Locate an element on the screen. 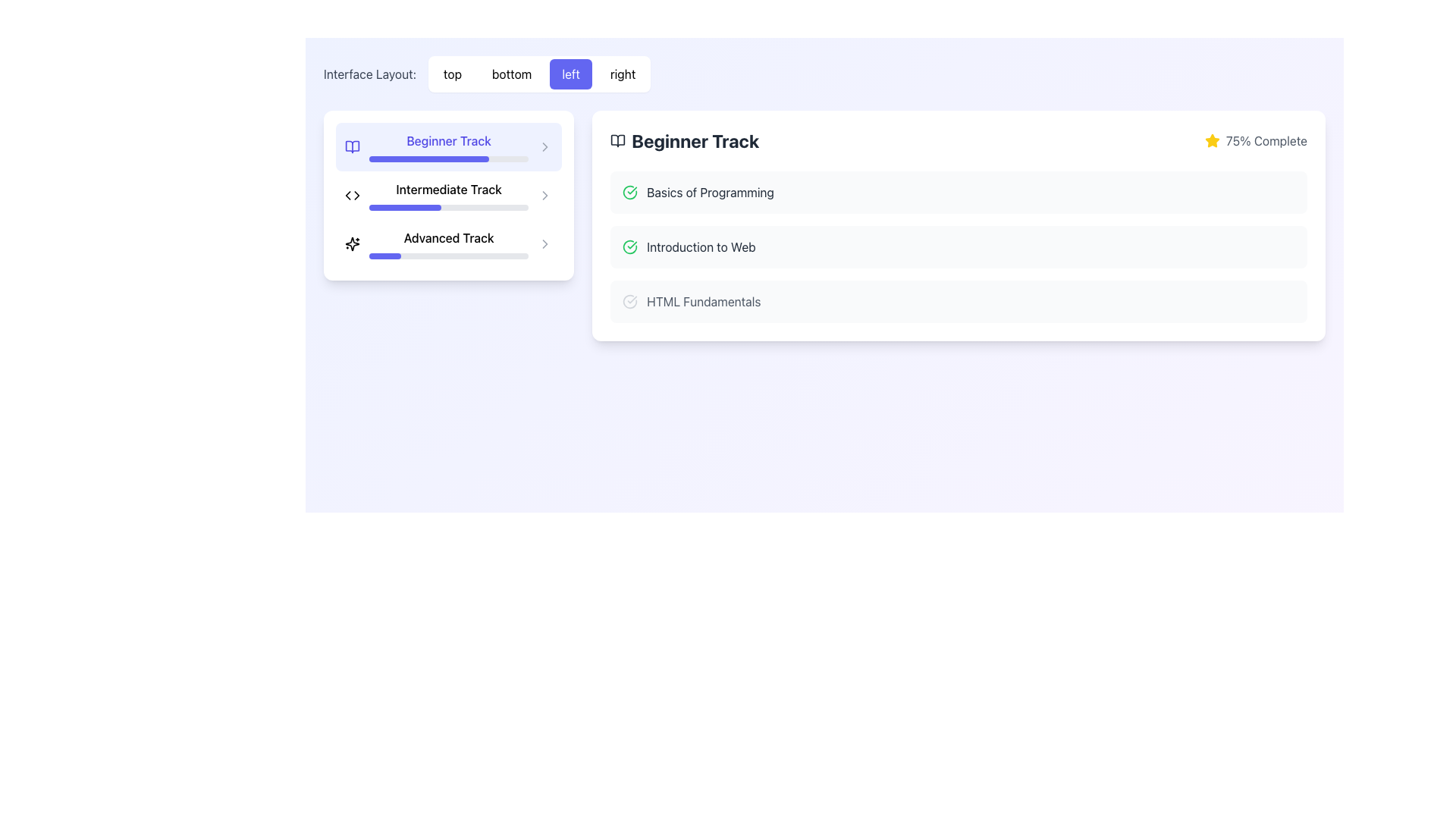 The width and height of the screenshot is (1456, 819). the 'Beginner Track' text in the interactive list element is located at coordinates (448, 146).